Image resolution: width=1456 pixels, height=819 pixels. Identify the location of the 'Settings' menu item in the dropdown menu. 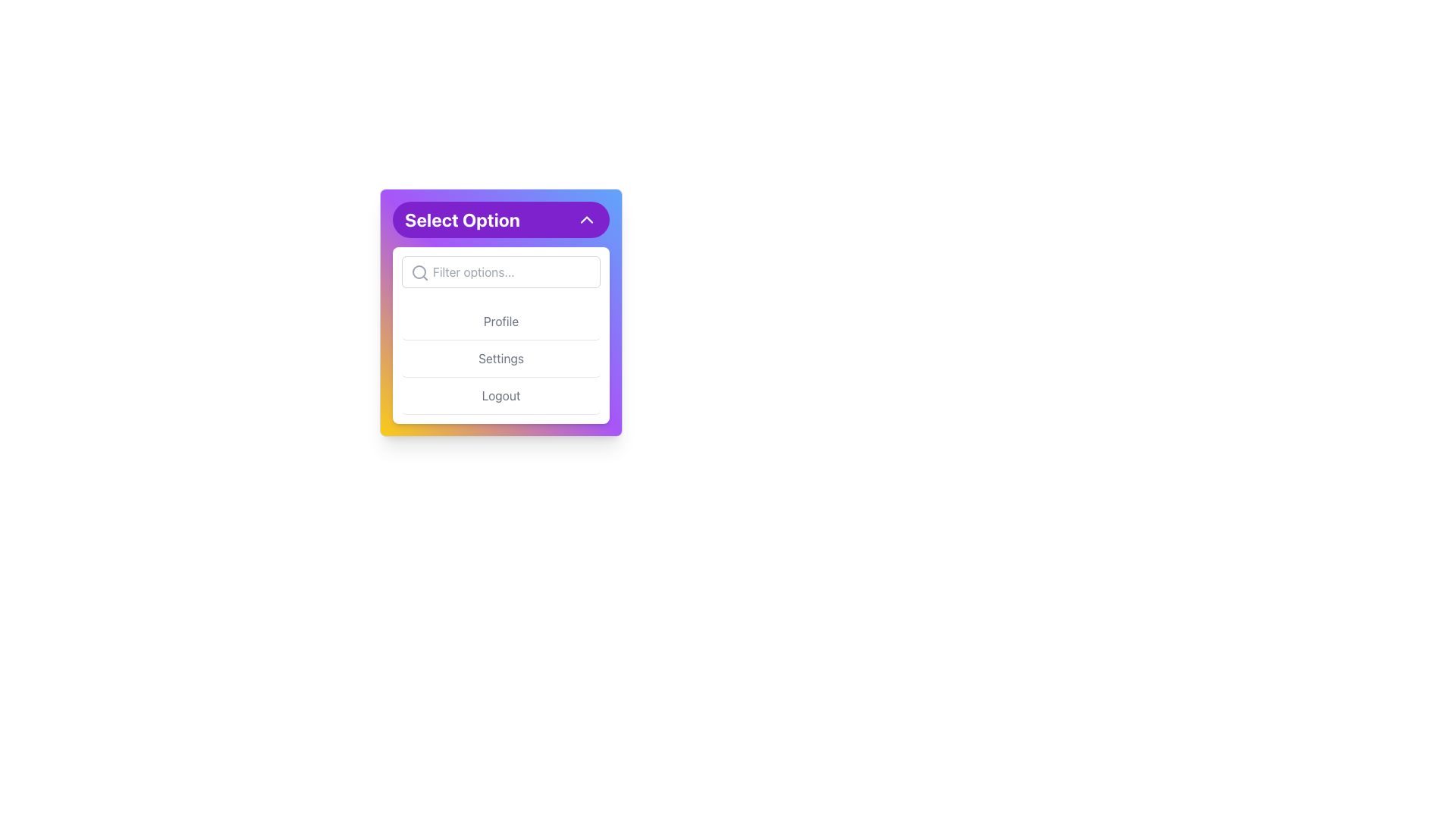
(501, 359).